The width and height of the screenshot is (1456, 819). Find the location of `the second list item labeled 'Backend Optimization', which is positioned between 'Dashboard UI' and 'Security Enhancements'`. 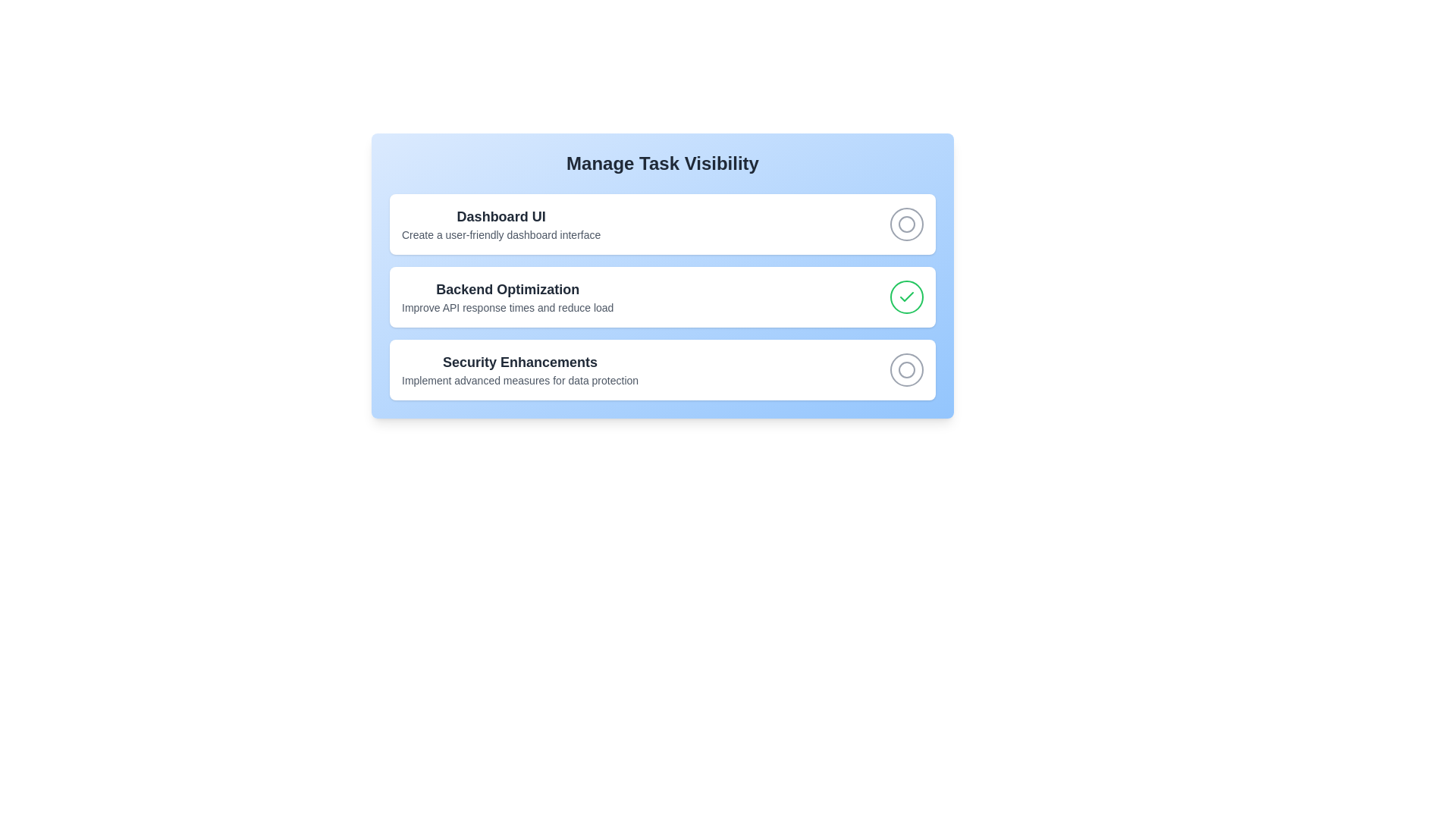

the second list item labeled 'Backend Optimization', which is positioned between 'Dashboard UI' and 'Security Enhancements' is located at coordinates (662, 297).